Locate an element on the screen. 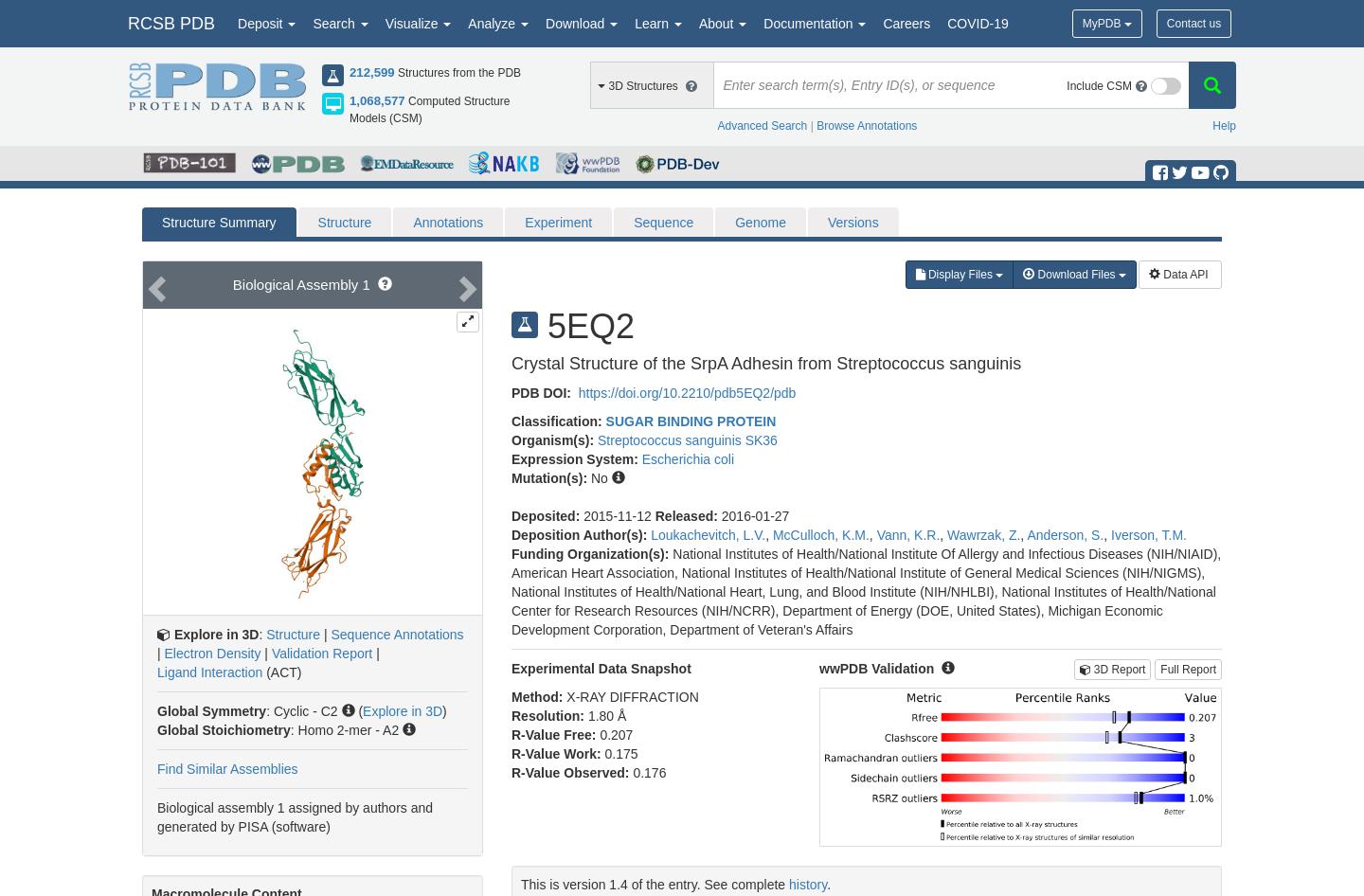  '2015-11-12' is located at coordinates (618, 515).